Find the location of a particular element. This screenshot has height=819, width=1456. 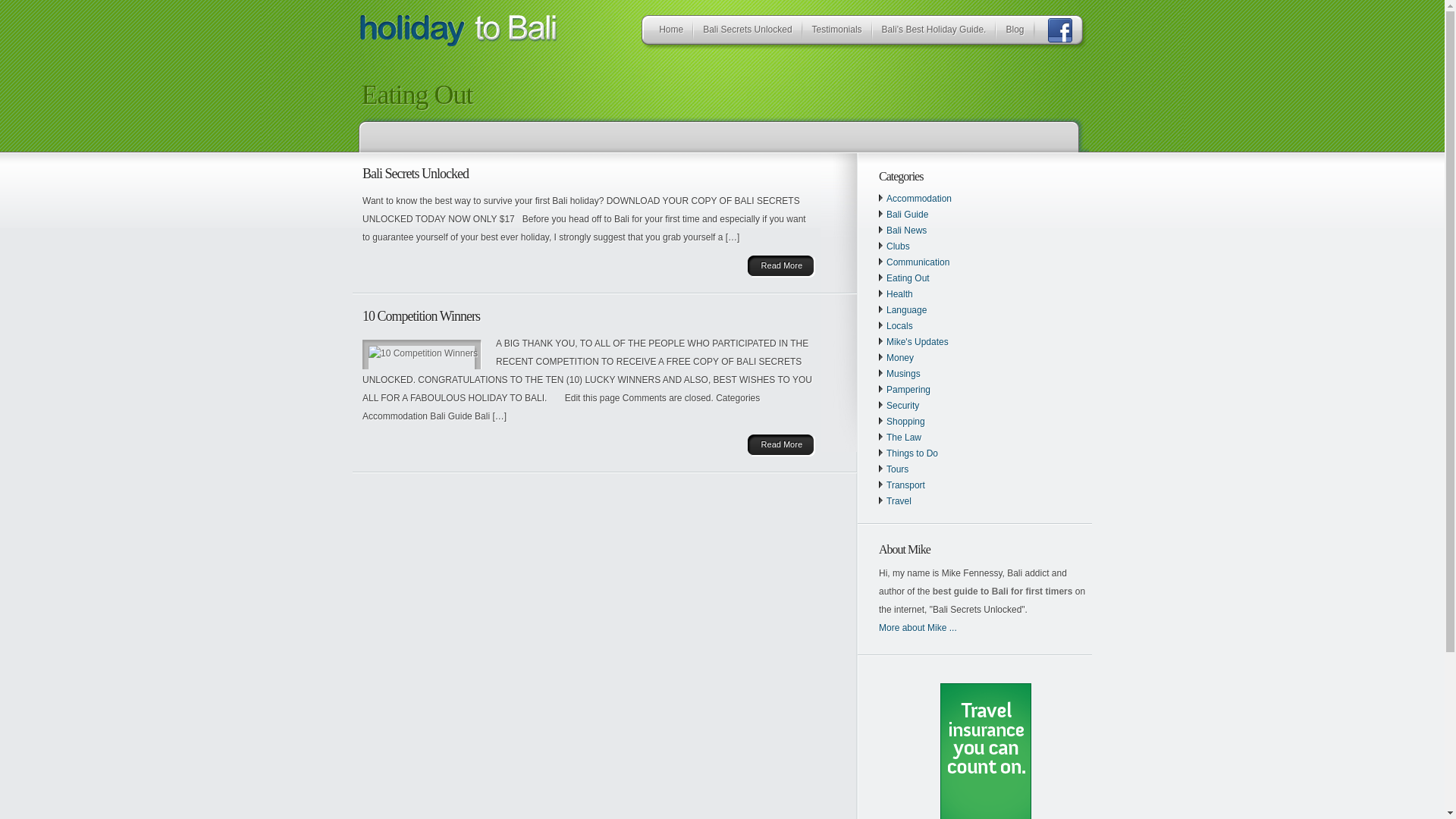

'Clubs' is located at coordinates (898, 245).